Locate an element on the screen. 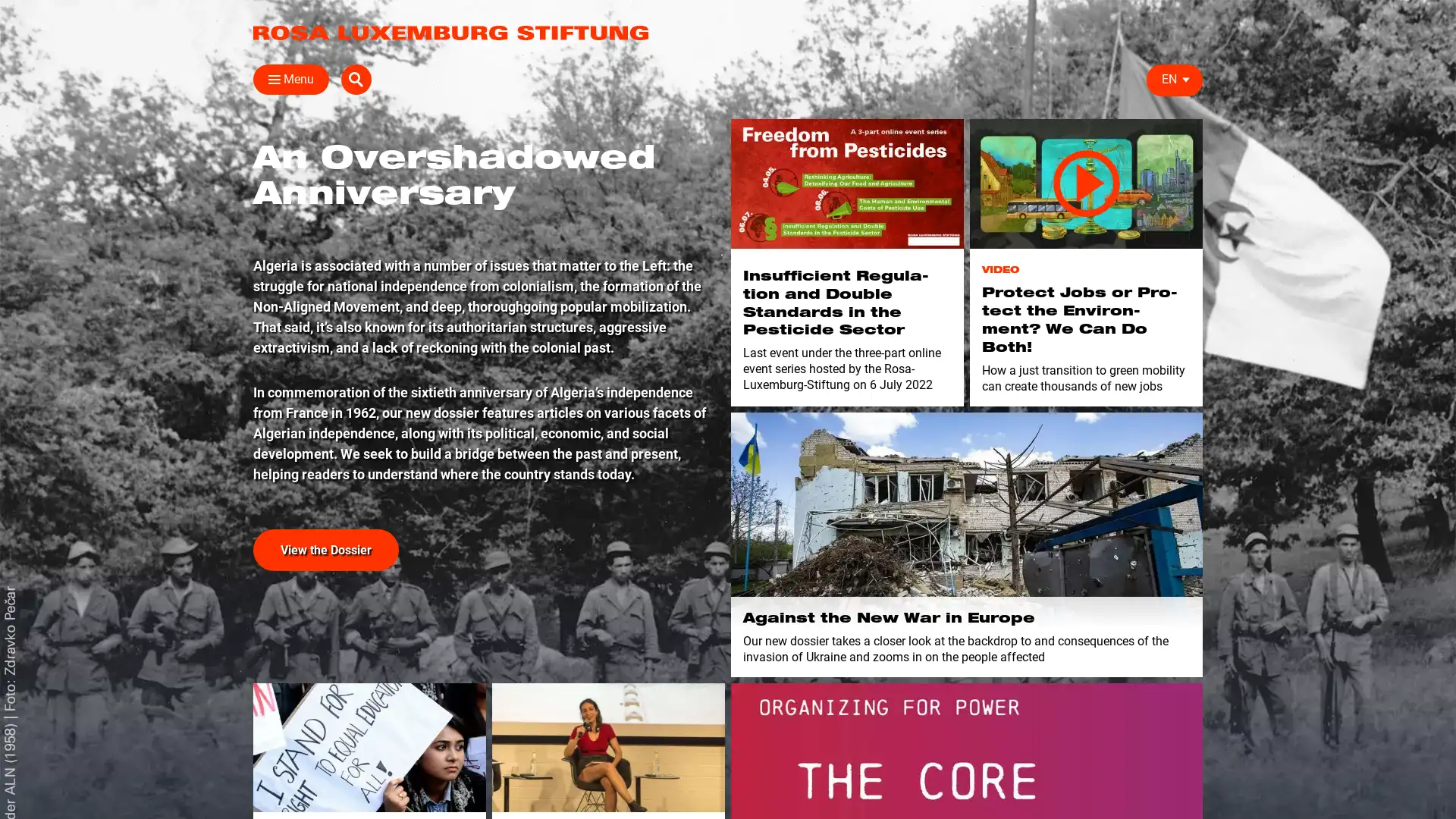 Image resolution: width=1456 pixels, height=819 pixels. Search is located at coordinates (971, 115).